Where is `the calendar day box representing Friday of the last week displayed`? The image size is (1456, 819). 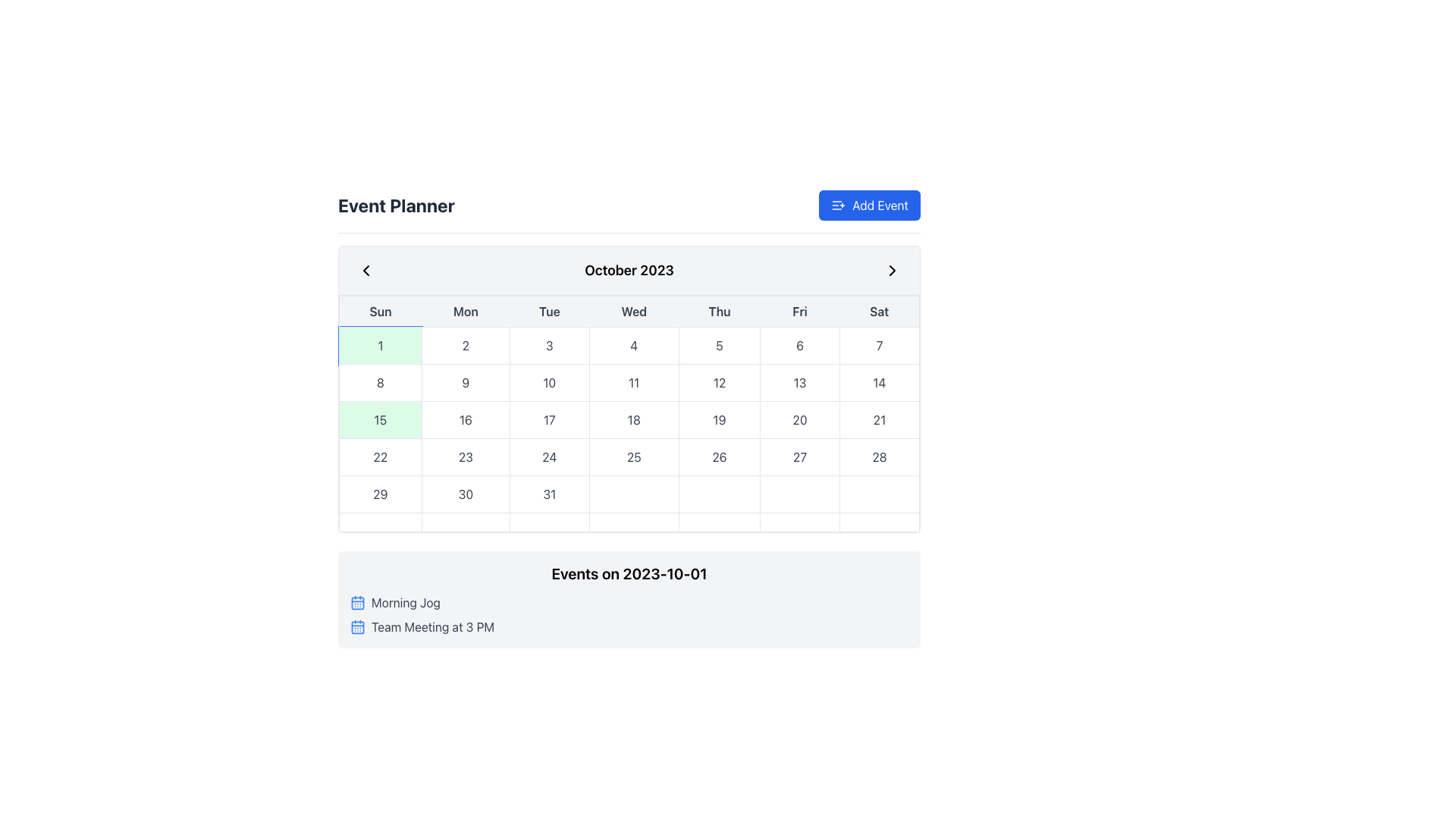 the calendar day box representing Friday of the last week displayed is located at coordinates (799, 522).